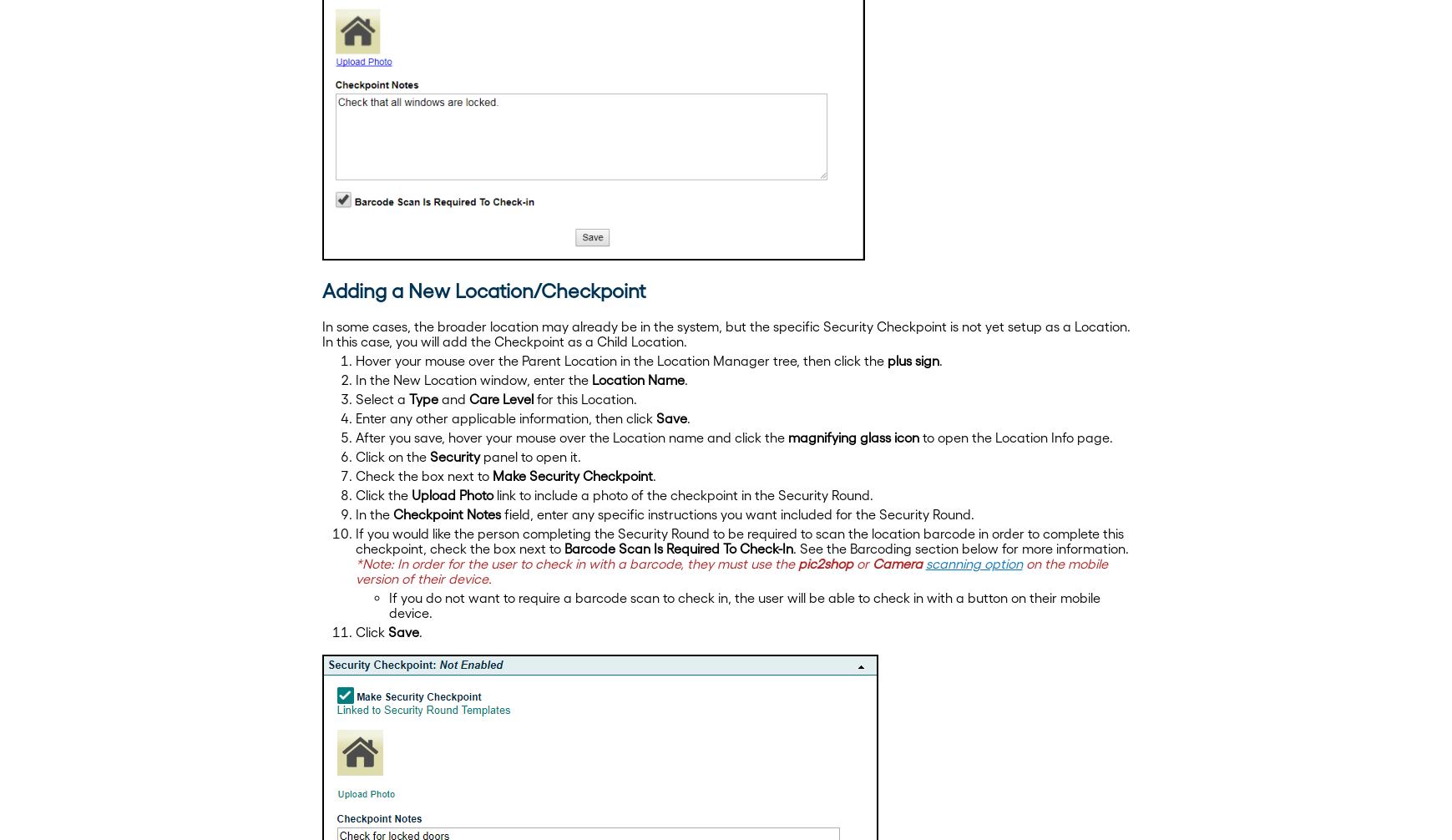 The width and height of the screenshot is (1452, 840). Describe the element at coordinates (392, 456) in the screenshot. I see `'Click on the'` at that location.